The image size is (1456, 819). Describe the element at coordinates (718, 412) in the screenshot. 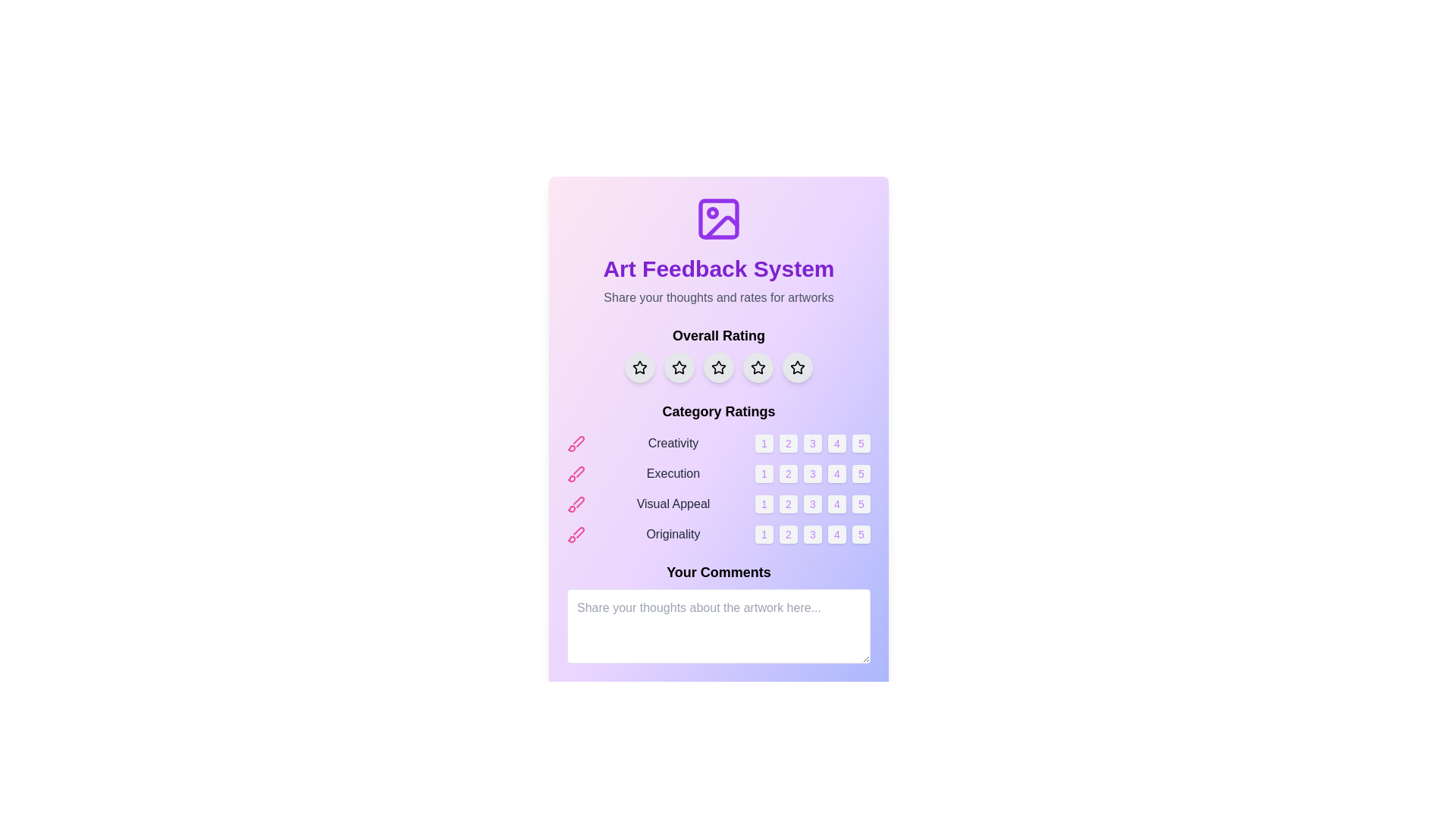

I see `the header text that marks the beginning of the category rating section, located beneath 'Overall Rating' and above the list of categories` at that location.